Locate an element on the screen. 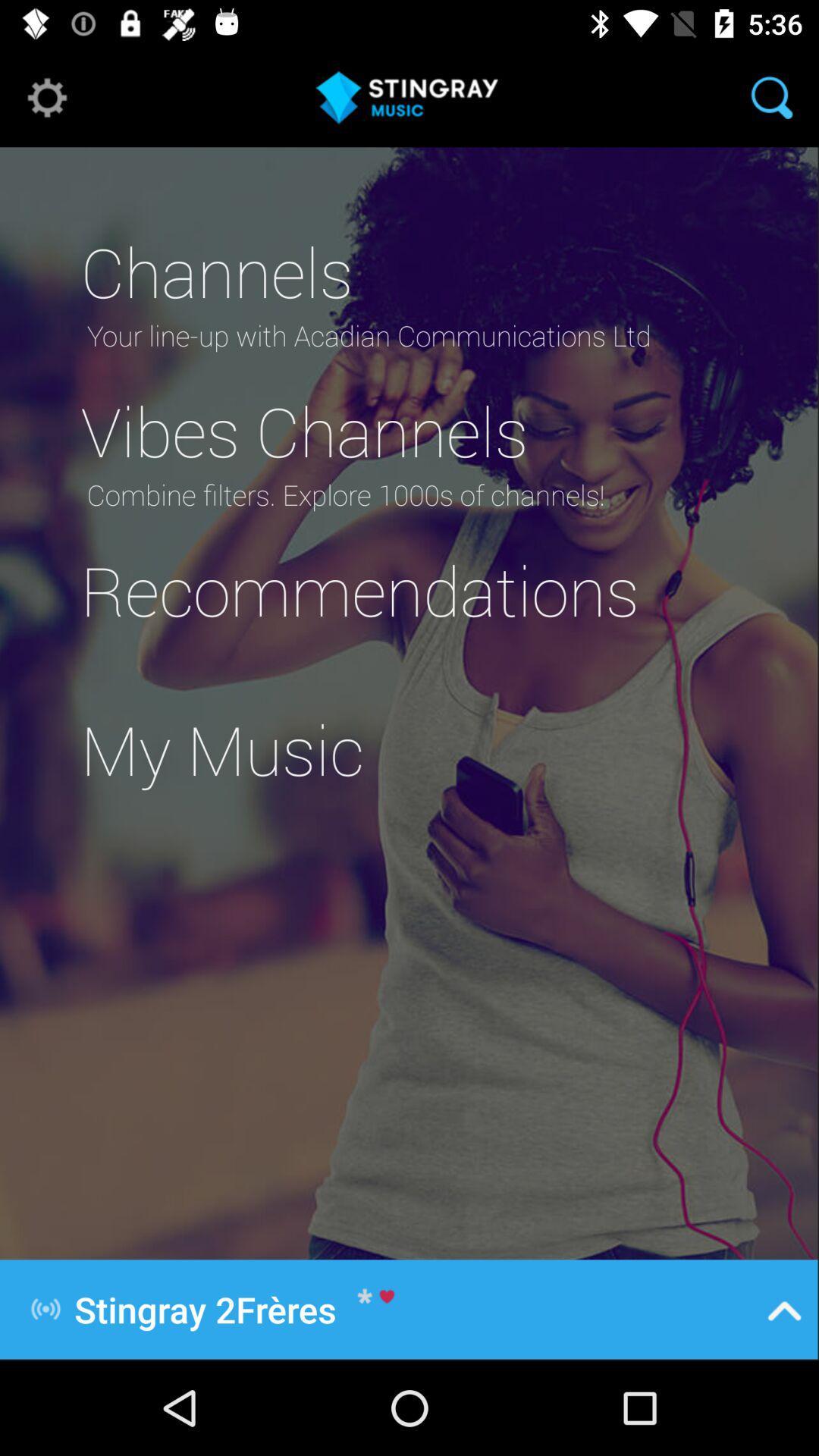  the settings icon is located at coordinates (46, 96).